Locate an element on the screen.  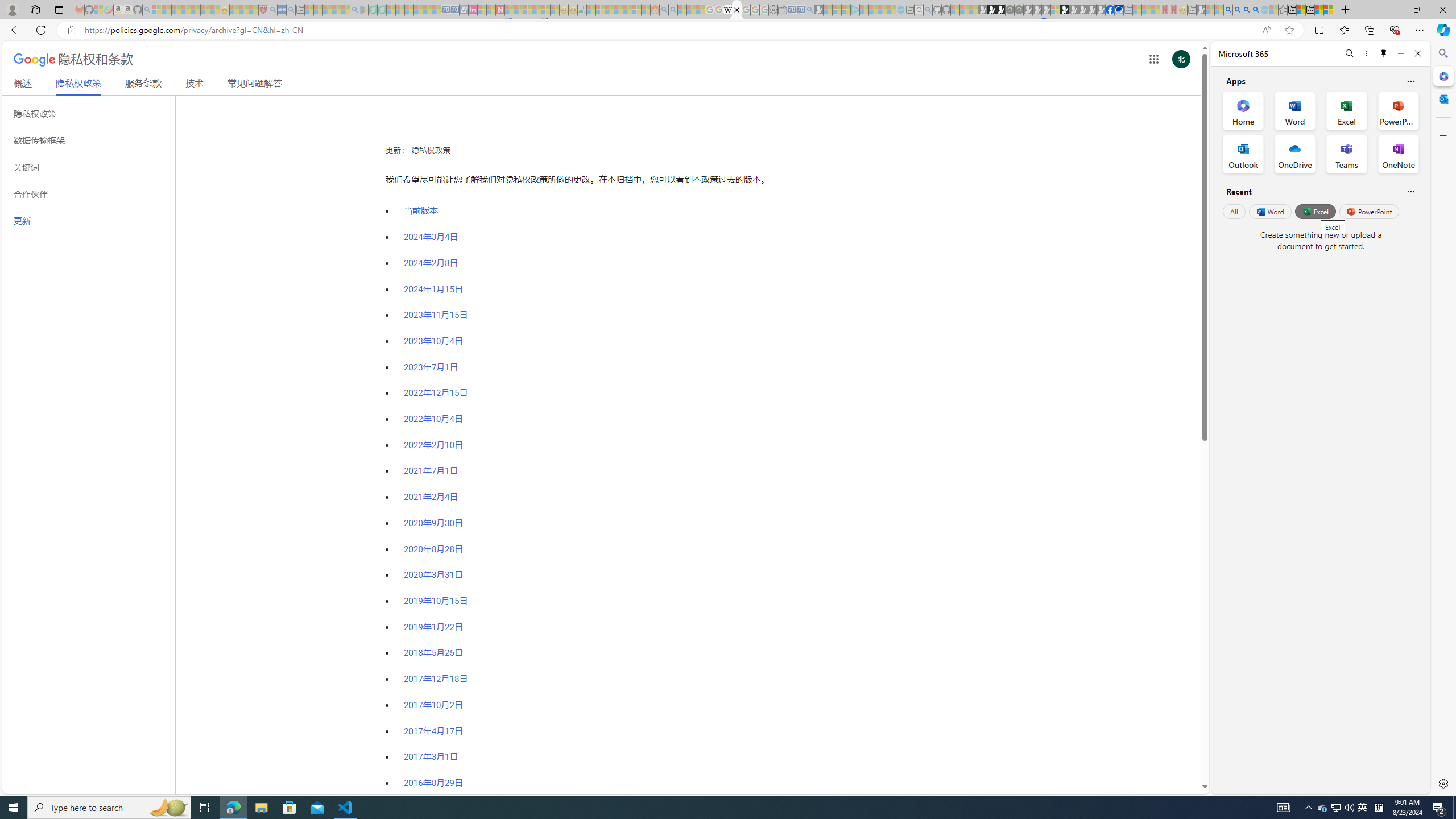
'AirNow.gov' is located at coordinates (1118, 9).